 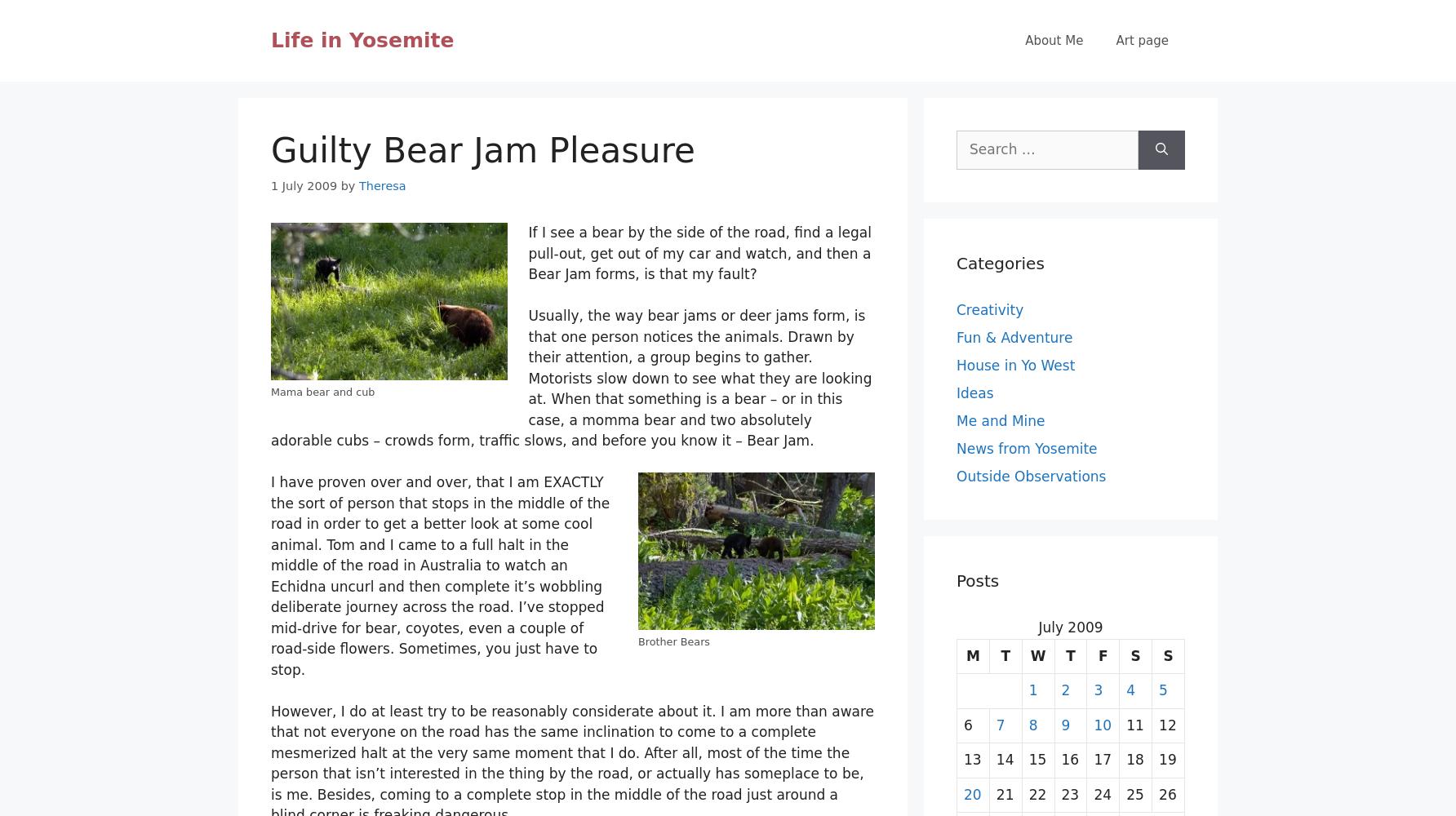 I want to click on 'by', so click(x=348, y=184).